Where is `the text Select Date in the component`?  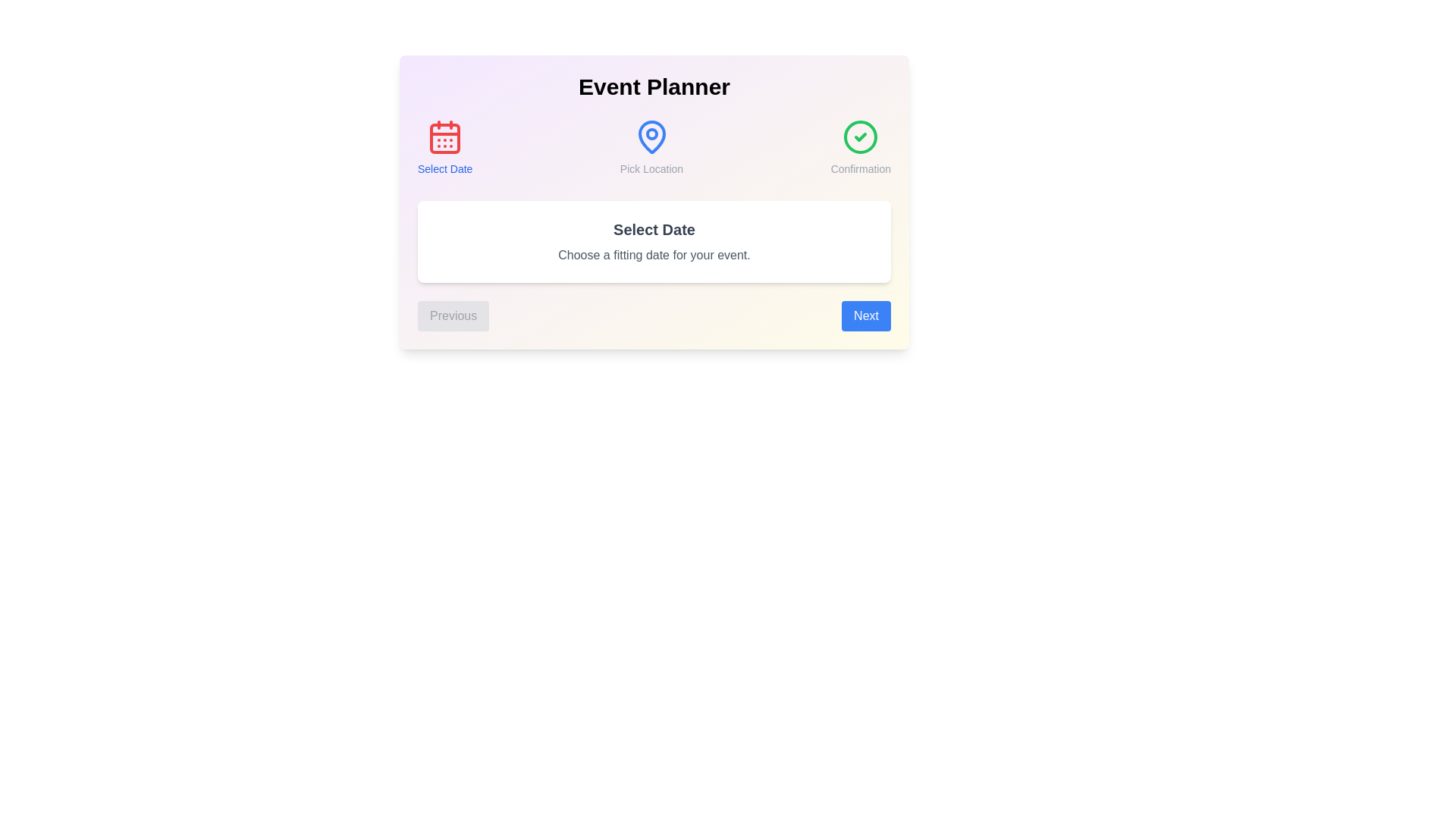
the text Select Date in the component is located at coordinates (444, 148).